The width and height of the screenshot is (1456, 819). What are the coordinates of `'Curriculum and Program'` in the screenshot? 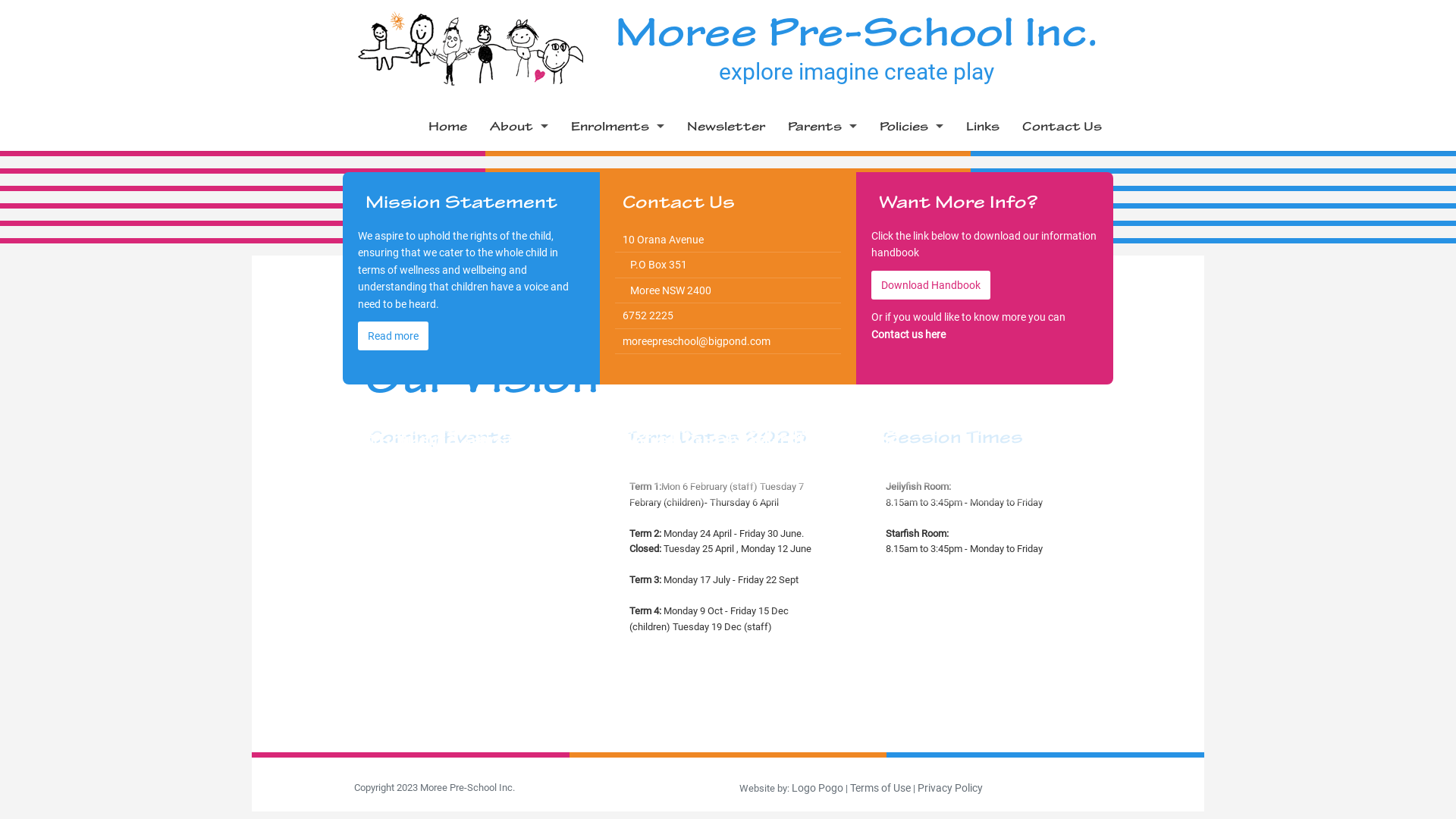 It's located at (821, 330).